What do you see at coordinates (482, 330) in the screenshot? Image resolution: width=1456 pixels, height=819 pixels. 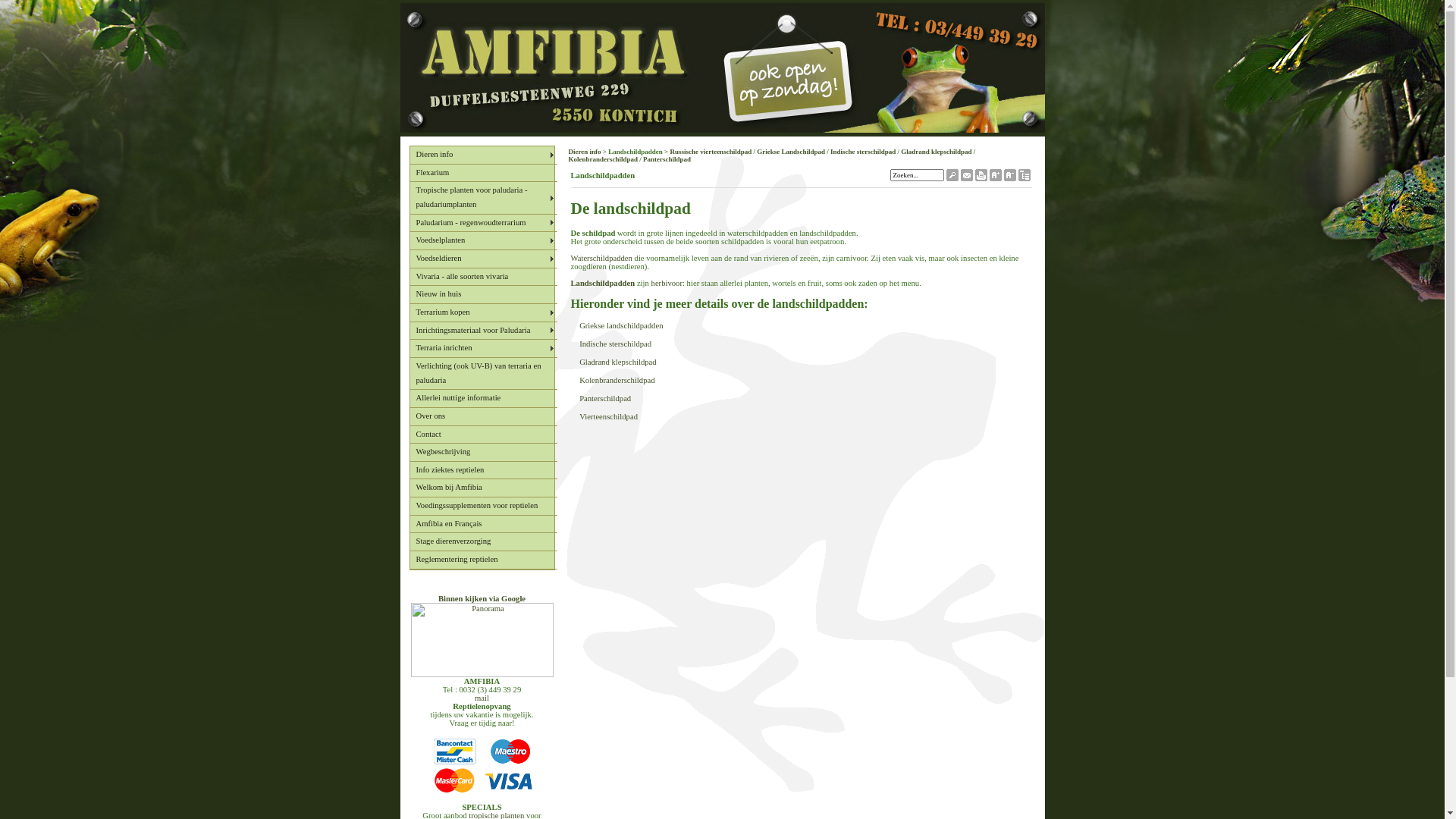 I see `'Inrichtingsmateriaal voor Paludaria'` at bounding box center [482, 330].